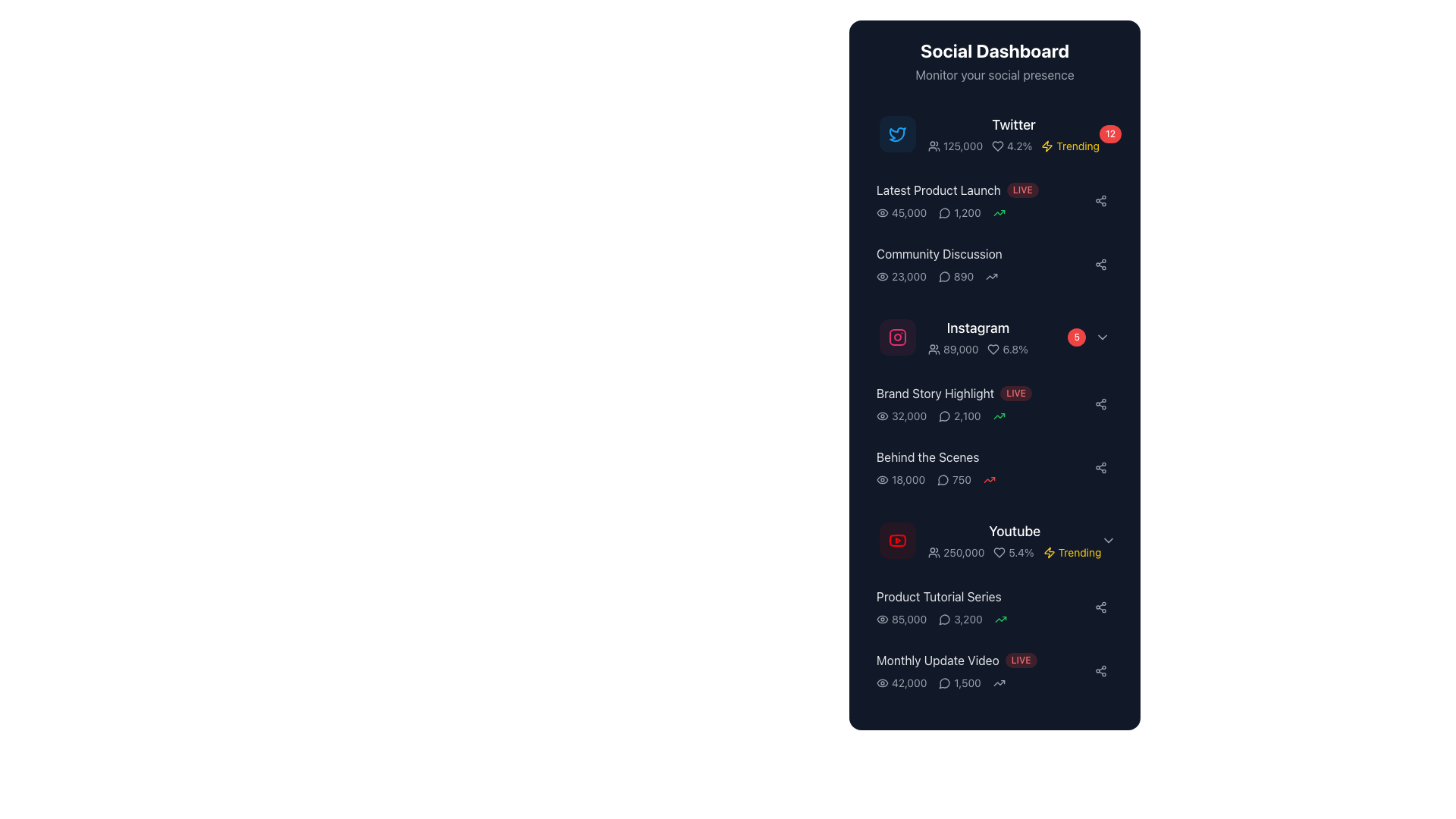 Image resolution: width=1456 pixels, height=819 pixels. I want to click on the topmost item in the vertical list of the Social Dashboard that displays consolidated Twitter statistics, including user engagement levels and popularity trends, so click(994, 133).